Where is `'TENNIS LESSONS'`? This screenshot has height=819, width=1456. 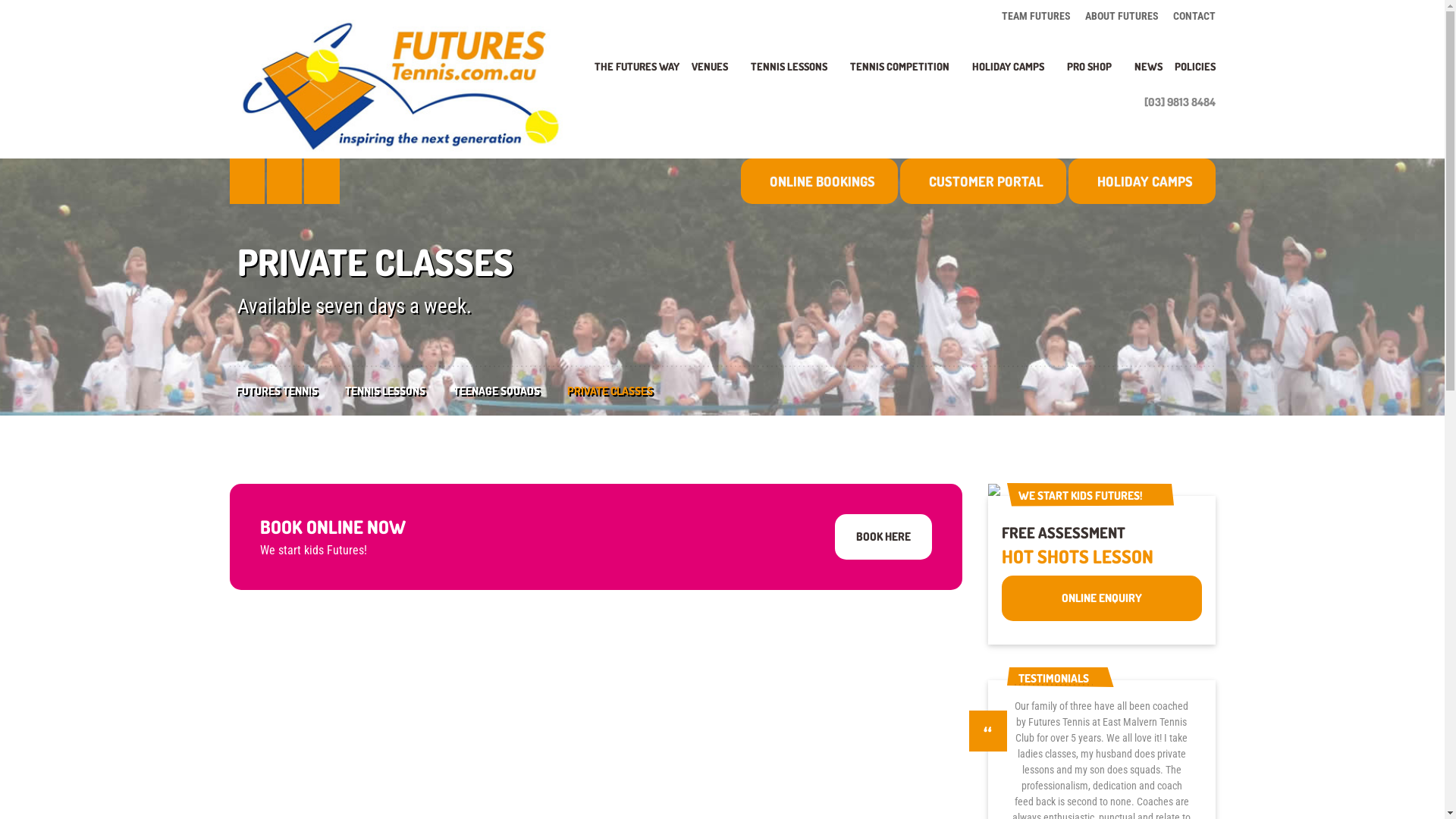
'TENNIS LESSONS' is located at coordinates (745, 74).